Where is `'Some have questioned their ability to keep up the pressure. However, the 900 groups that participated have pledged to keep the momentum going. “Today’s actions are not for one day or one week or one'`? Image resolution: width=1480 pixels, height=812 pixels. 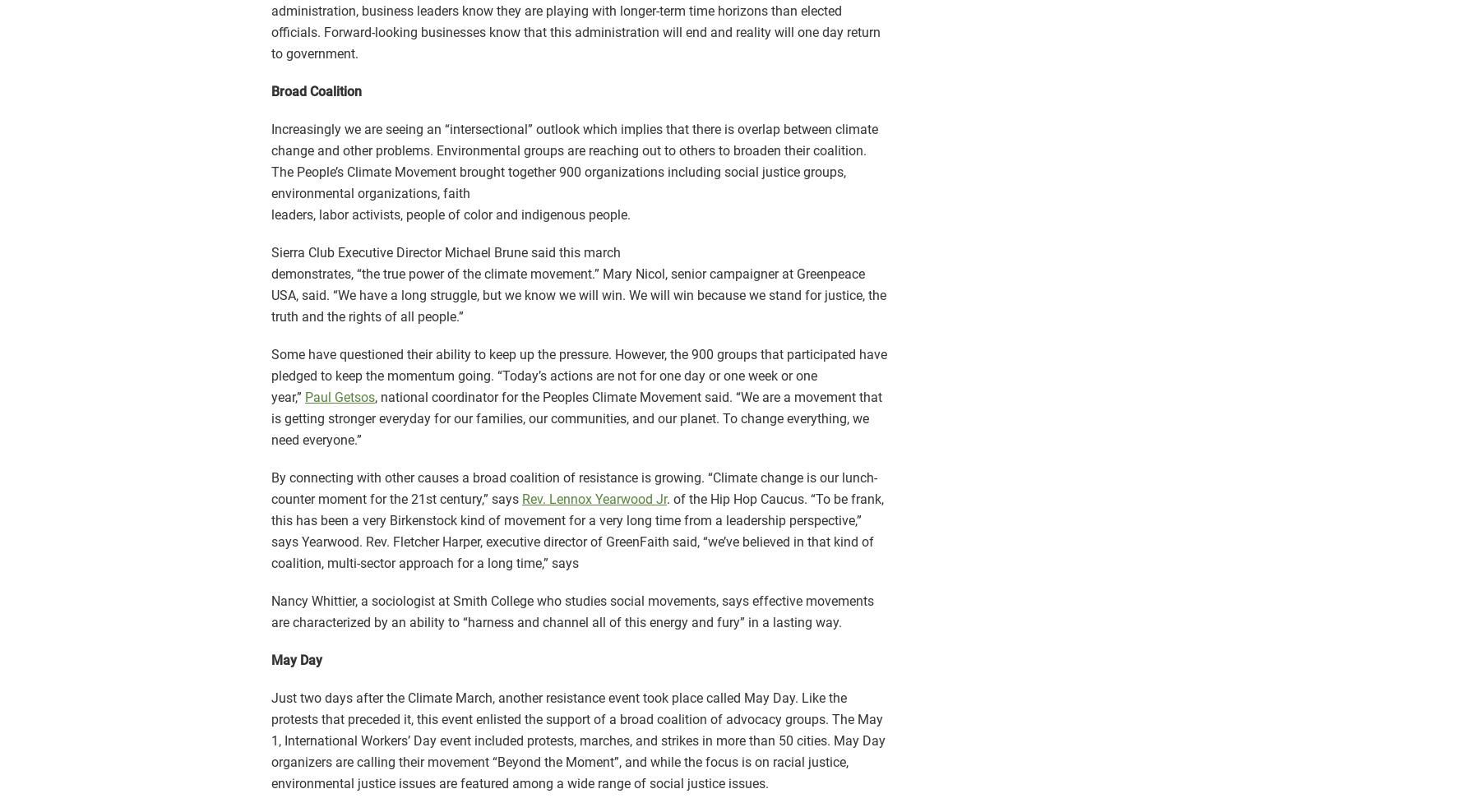
'Some have questioned their ability to keep up the pressure. However, the 900 groups that participated have pledged to keep the momentum going. “Today’s actions are not for one day or one week or one' is located at coordinates (578, 365).